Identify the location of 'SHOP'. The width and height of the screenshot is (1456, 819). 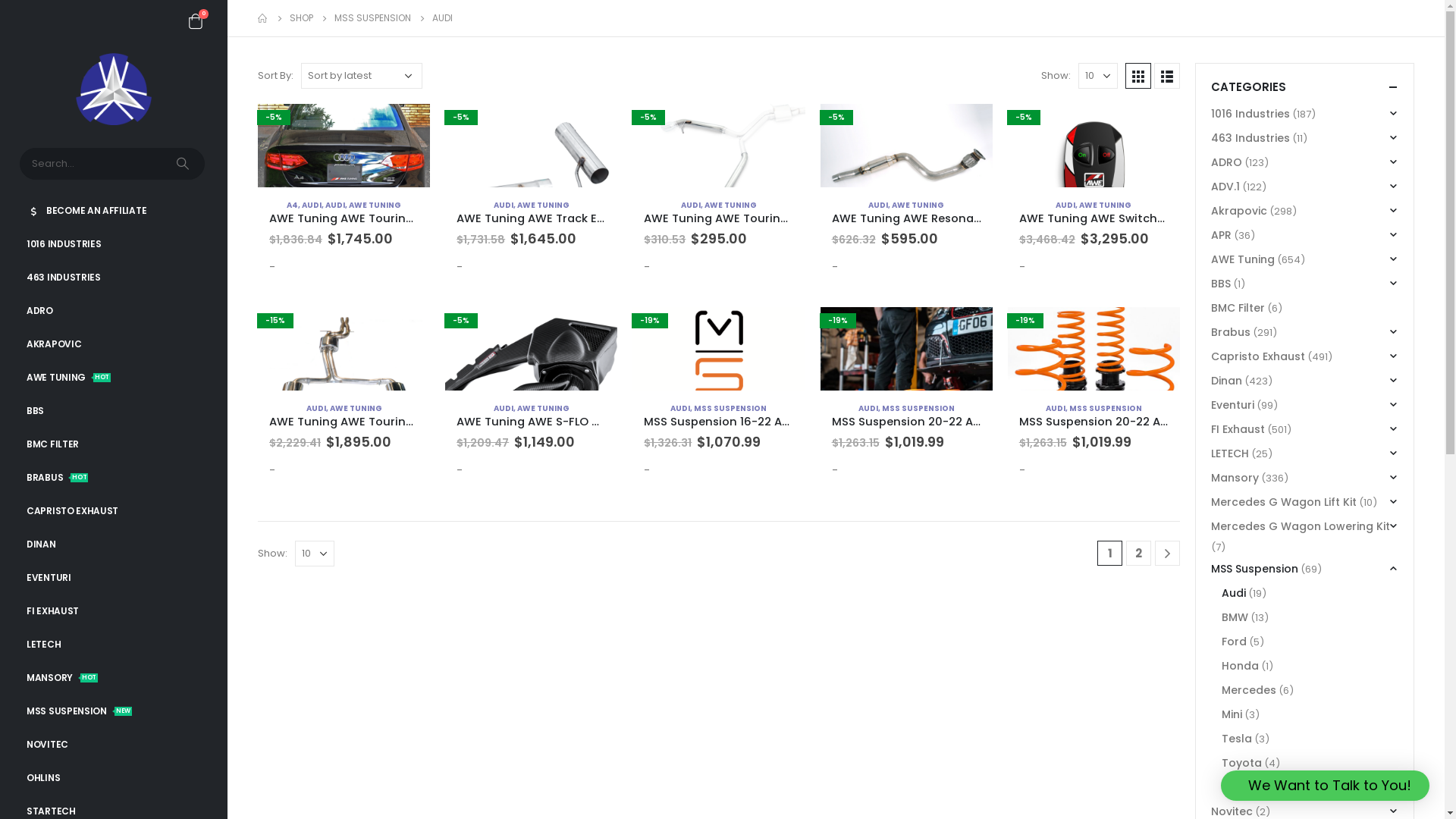
(301, 17).